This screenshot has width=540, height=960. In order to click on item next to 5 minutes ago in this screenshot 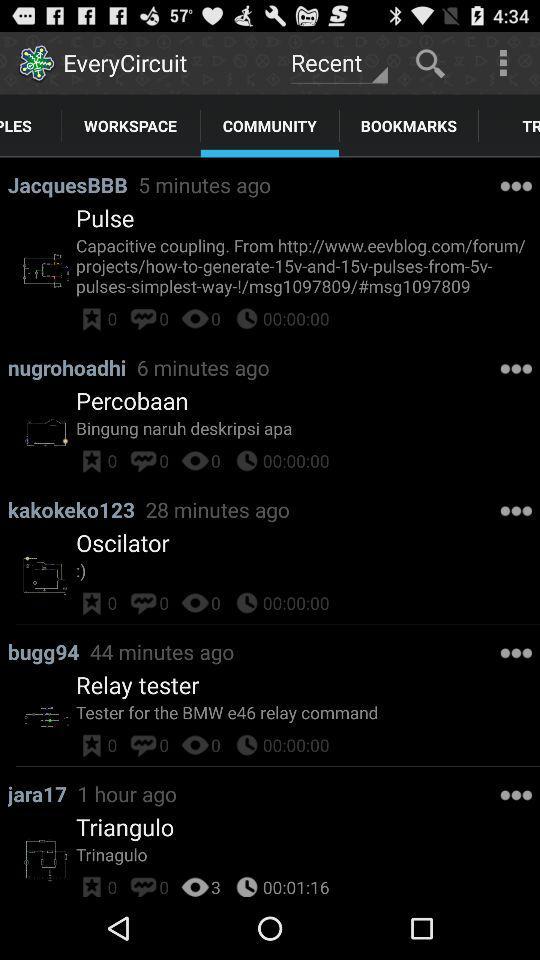, I will do `click(105, 218)`.